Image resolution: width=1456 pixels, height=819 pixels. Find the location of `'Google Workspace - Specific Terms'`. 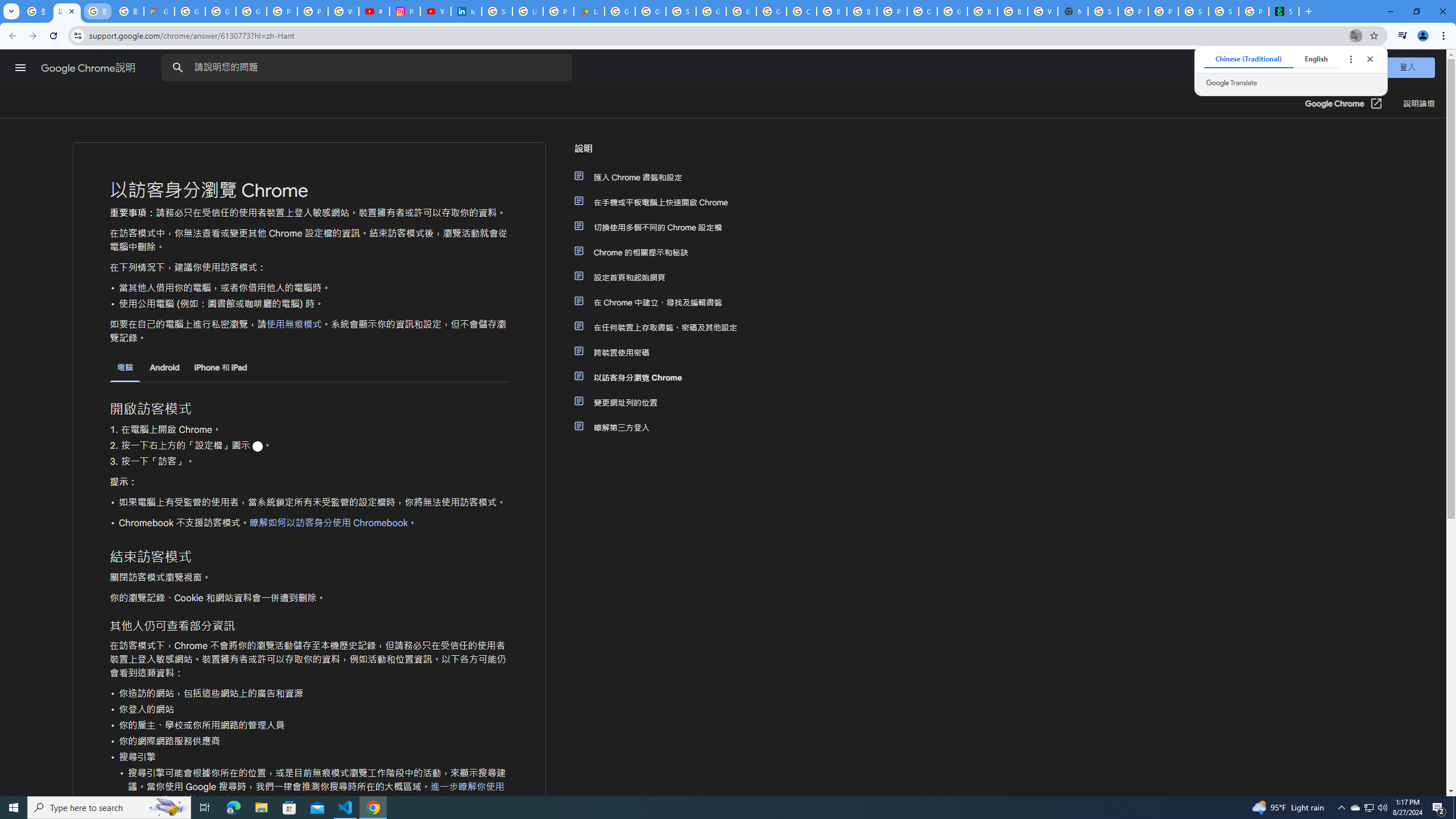

'Google Workspace - Specific Terms' is located at coordinates (651, 11).